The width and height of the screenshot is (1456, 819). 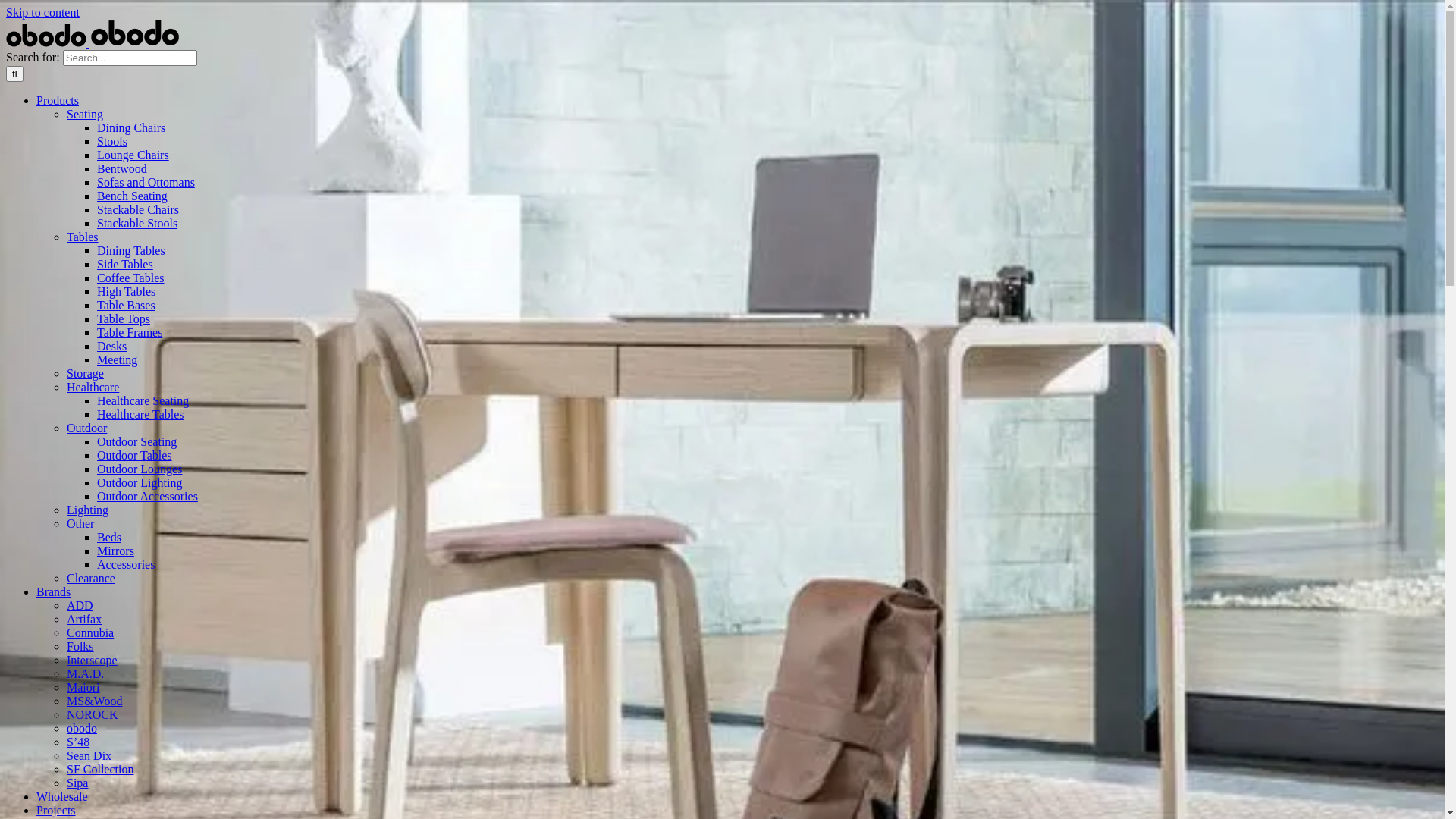 What do you see at coordinates (83, 113) in the screenshot?
I see `'Seating'` at bounding box center [83, 113].